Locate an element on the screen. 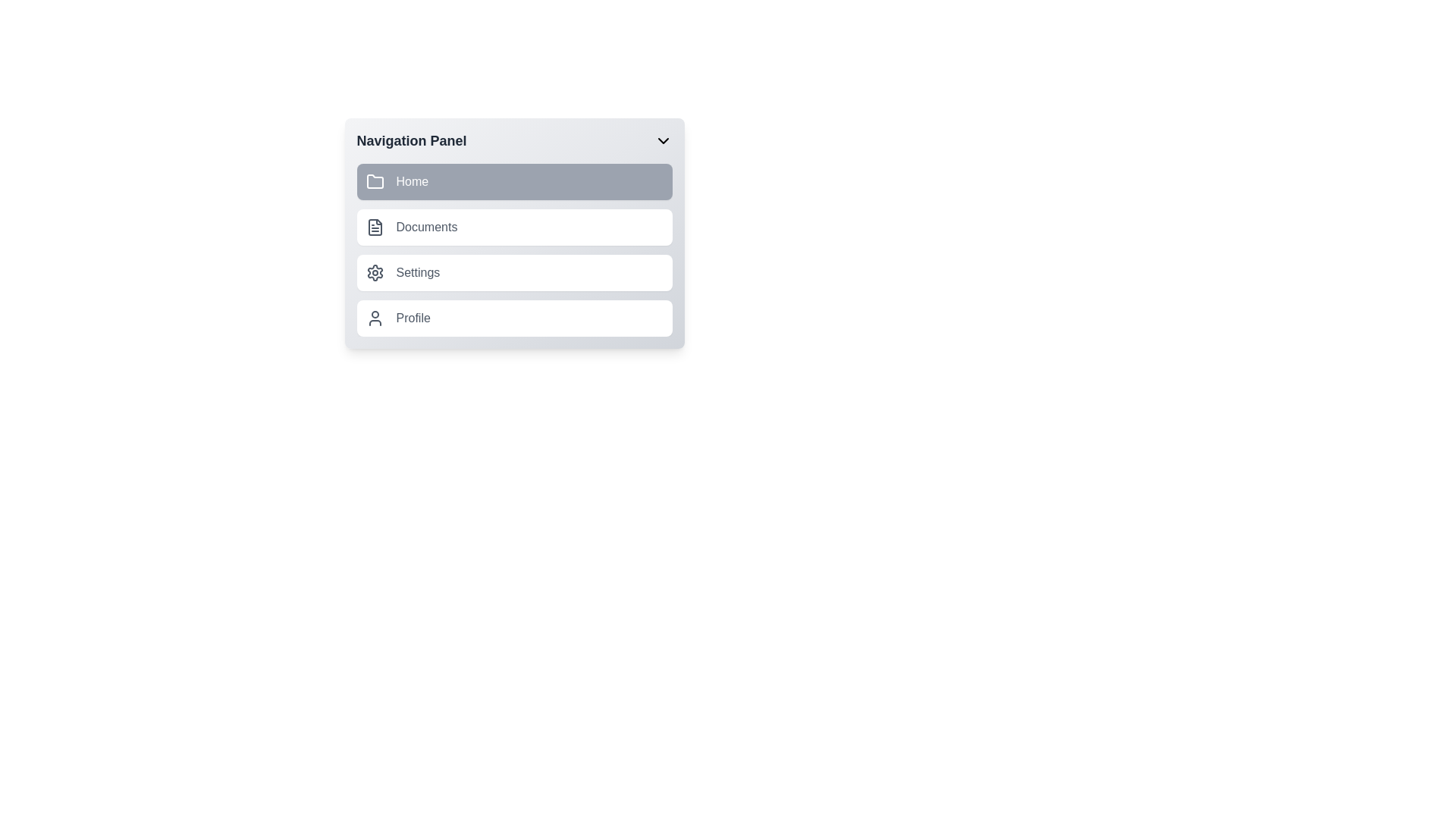  the first navigational button in the vertical list to provide visual feedback before redirecting to the 'Home' section is located at coordinates (514, 180).